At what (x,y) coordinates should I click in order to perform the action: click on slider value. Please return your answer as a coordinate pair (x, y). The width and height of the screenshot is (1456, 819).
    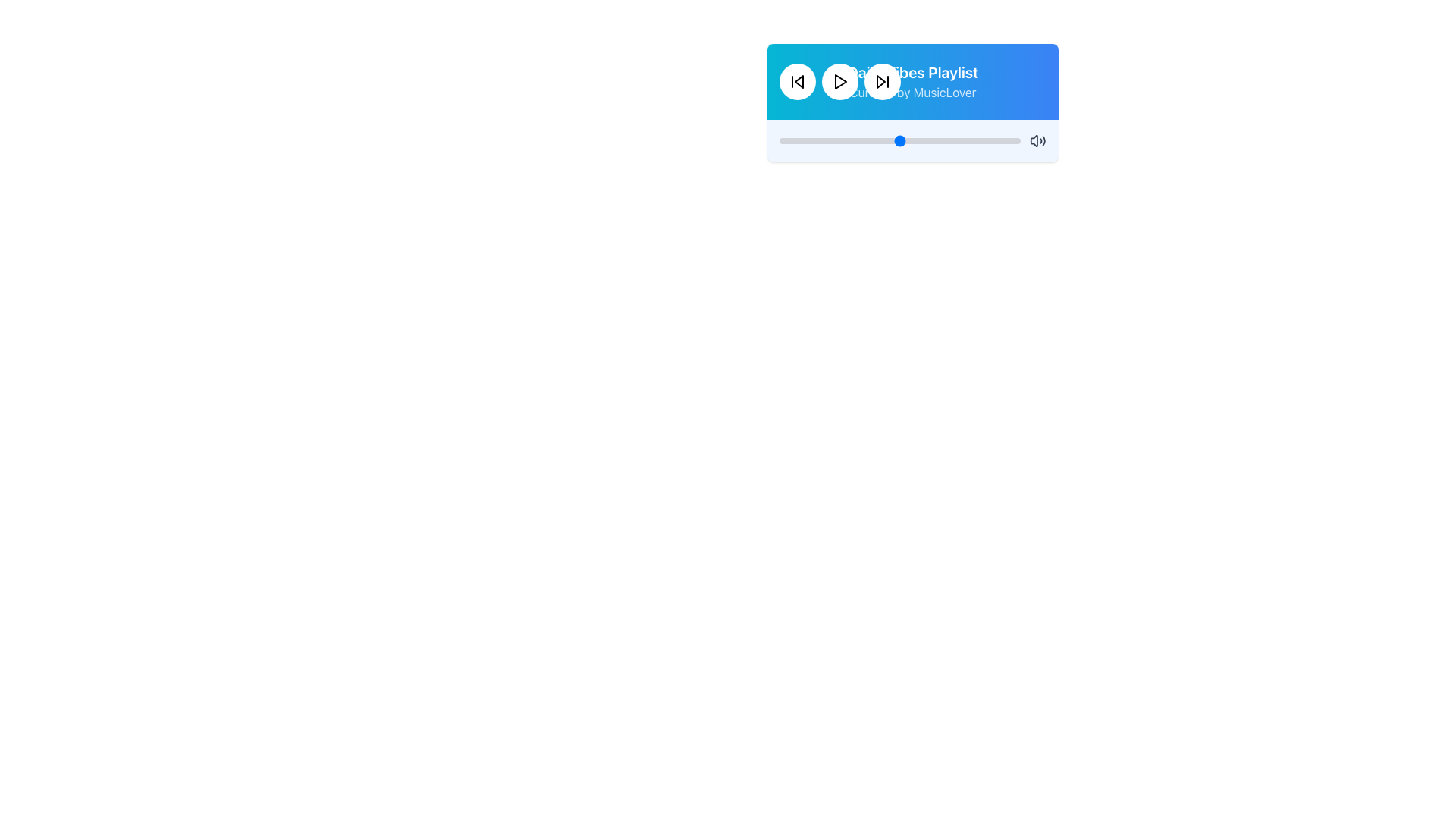
    Looking at the image, I should click on (832, 140).